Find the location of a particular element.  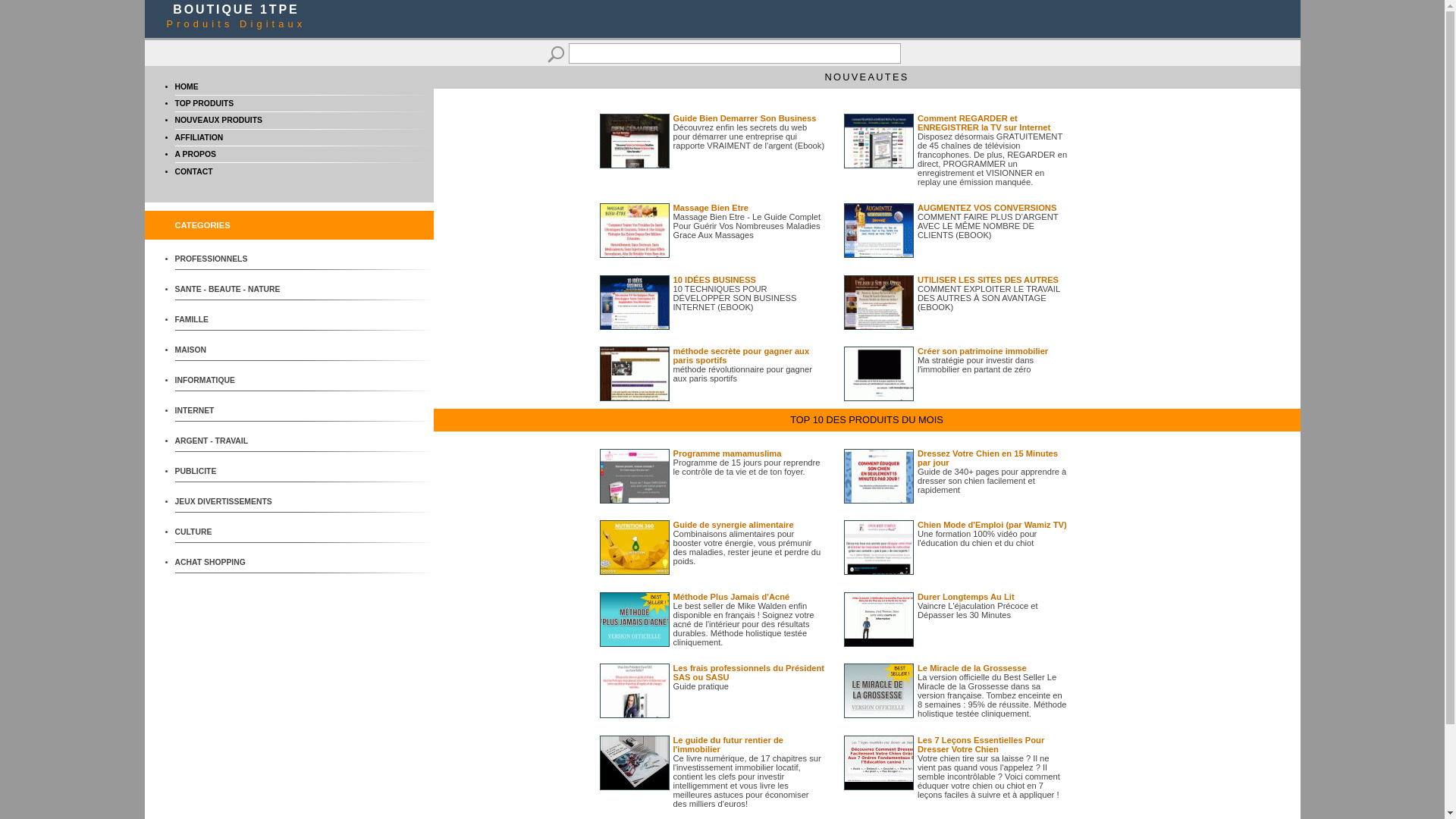

'AFFILIATION' is located at coordinates (198, 137).